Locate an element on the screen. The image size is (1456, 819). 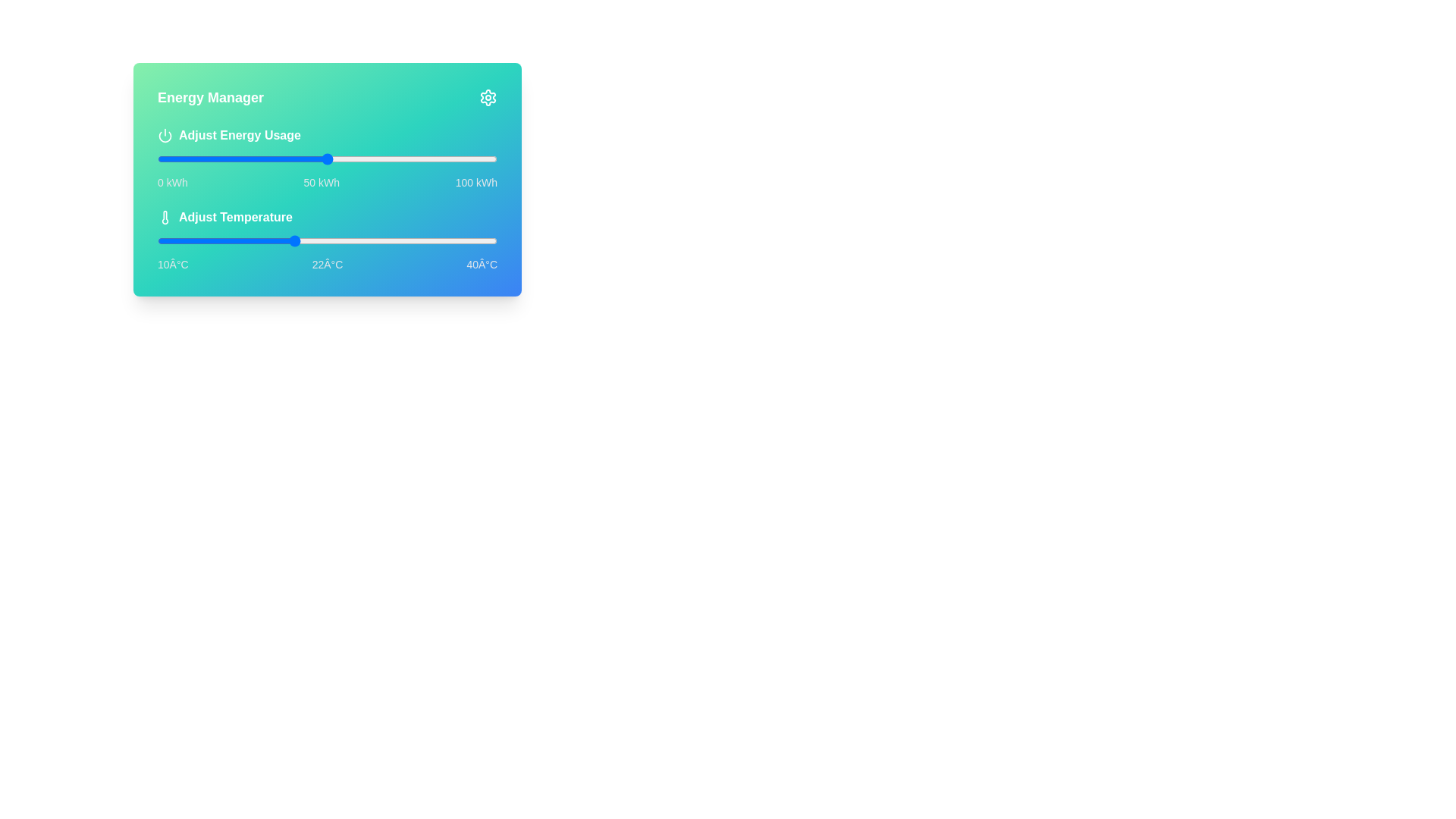
the energy usage slider to 0 kWh is located at coordinates (157, 158).